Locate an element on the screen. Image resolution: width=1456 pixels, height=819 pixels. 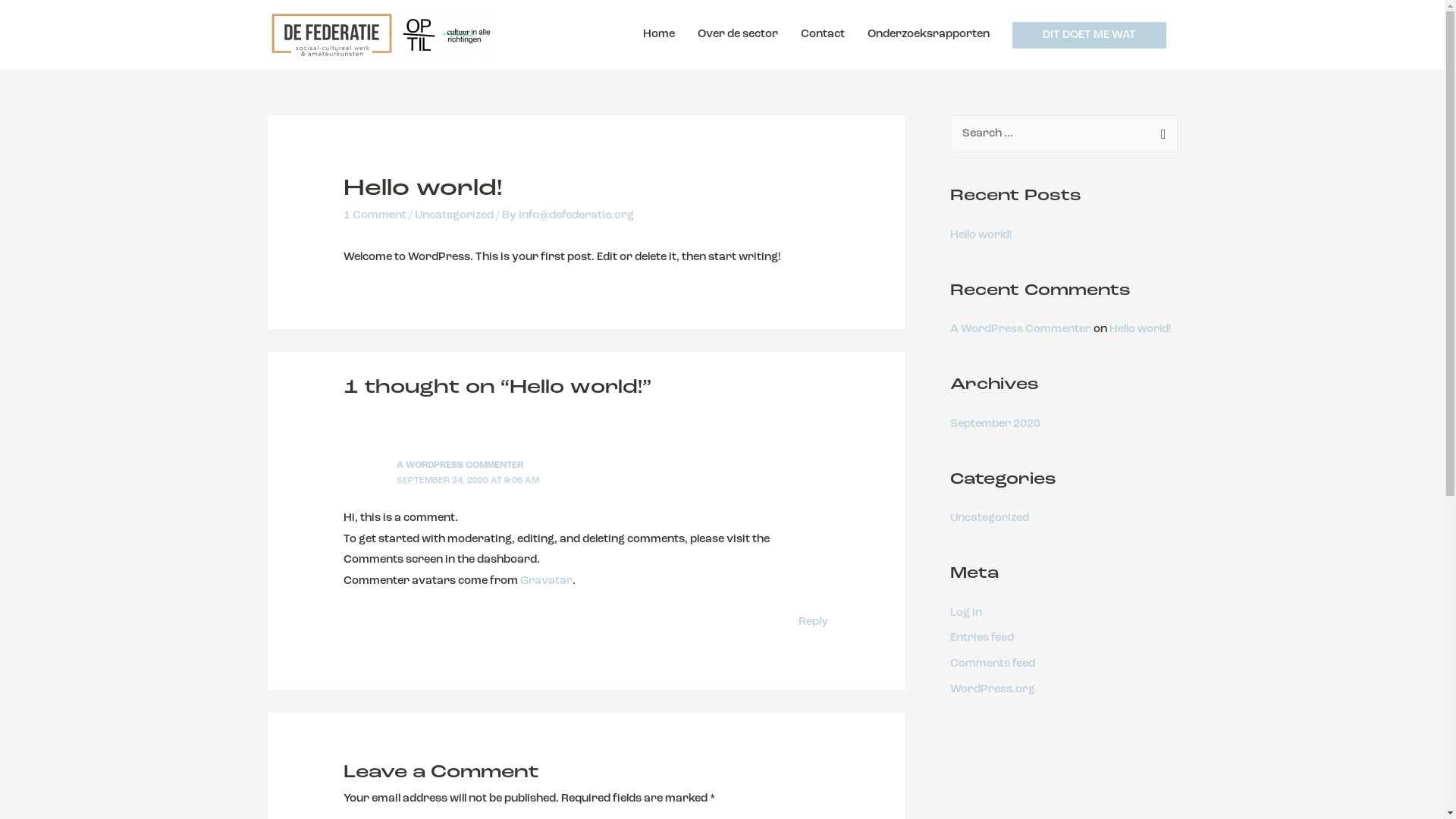
'Comments feed' is located at coordinates (992, 663).